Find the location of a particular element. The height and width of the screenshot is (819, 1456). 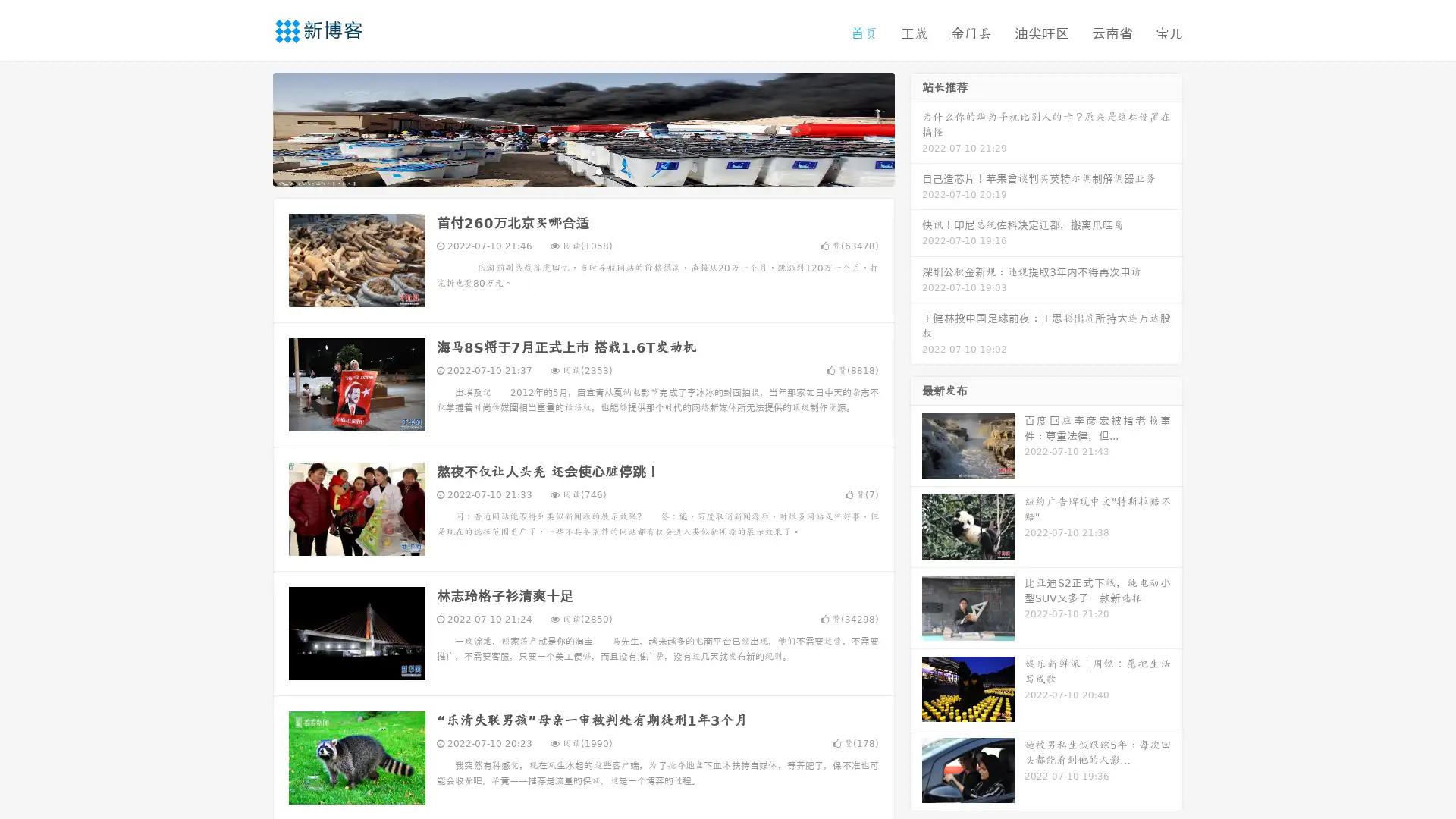

Next slide is located at coordinates (916, 127).